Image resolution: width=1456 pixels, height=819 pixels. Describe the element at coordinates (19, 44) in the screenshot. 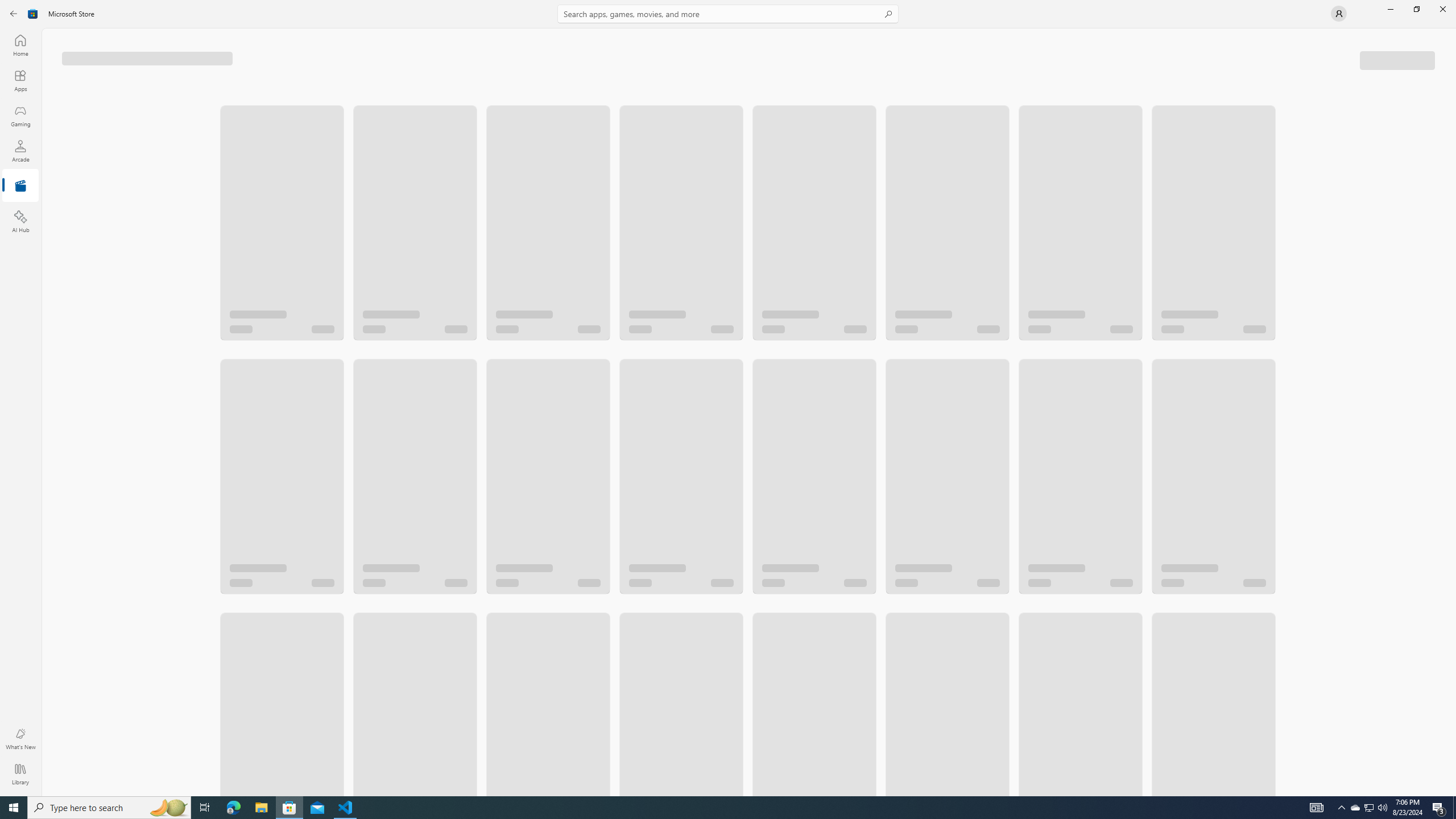

I see `'Home'` at that location.